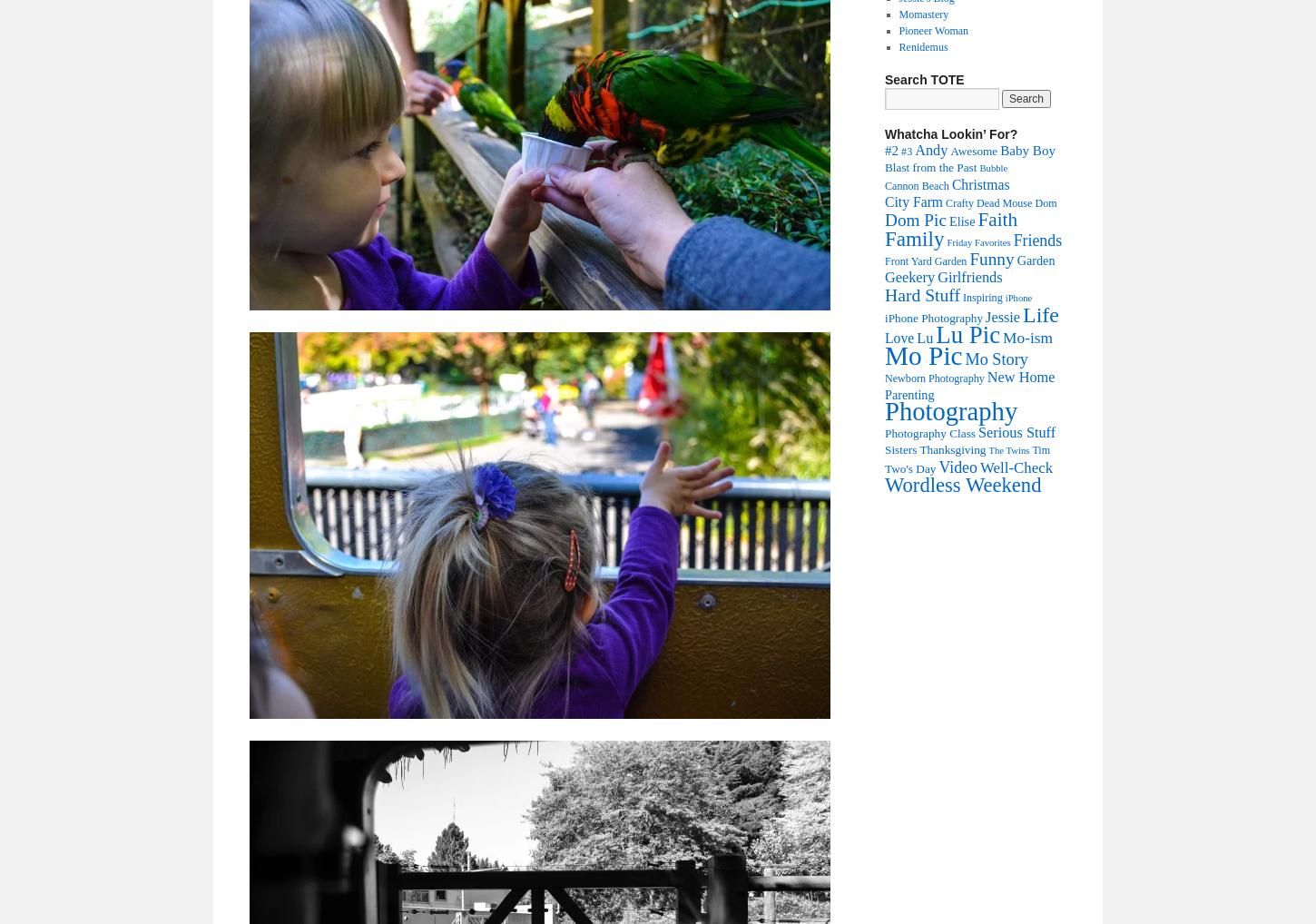  Describe the element at coordinates (1002, 316) in the screenshot. I see `'Jessie'` at that location.